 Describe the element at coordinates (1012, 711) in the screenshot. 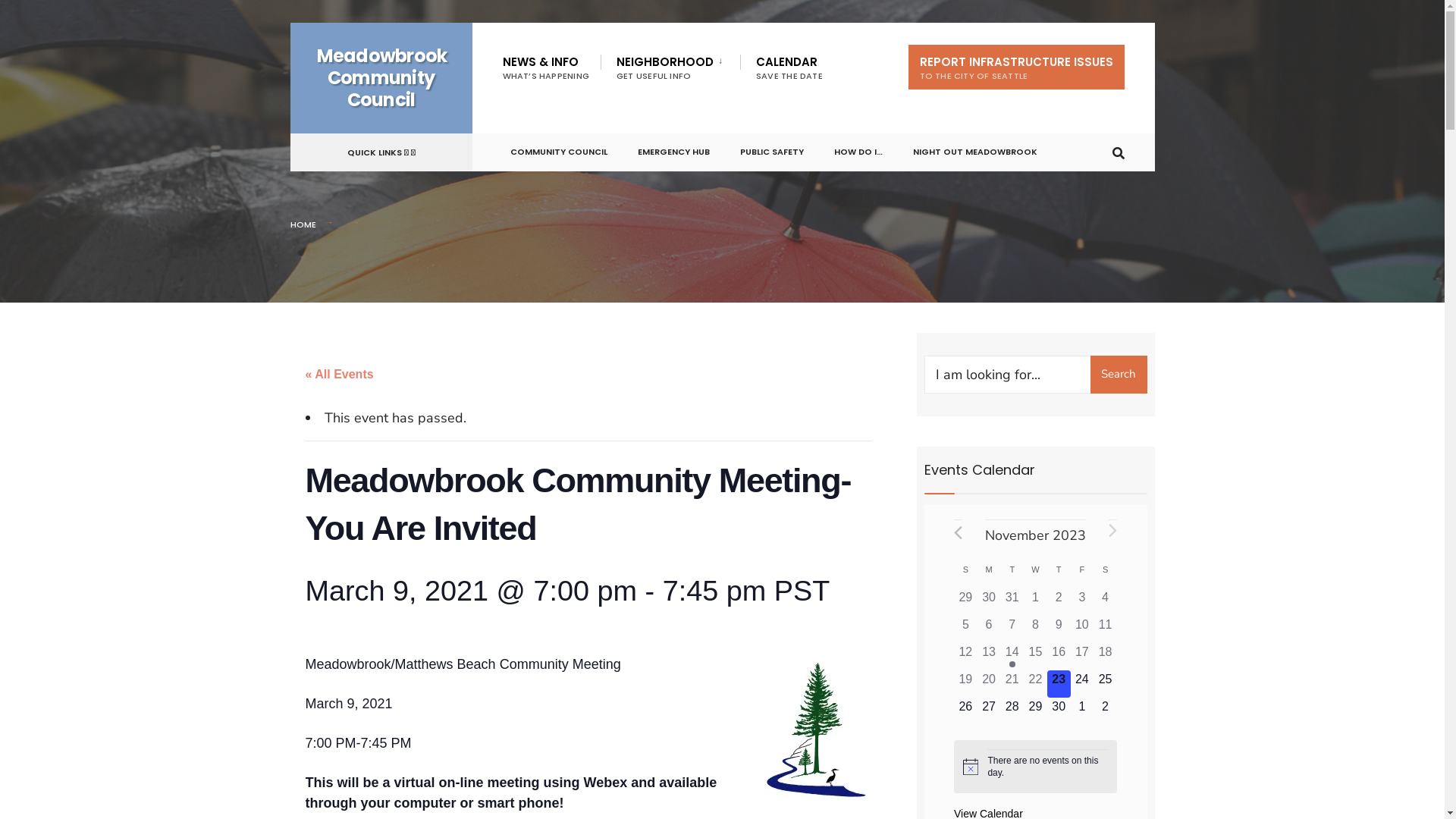

I see `'0 events,` at that location.